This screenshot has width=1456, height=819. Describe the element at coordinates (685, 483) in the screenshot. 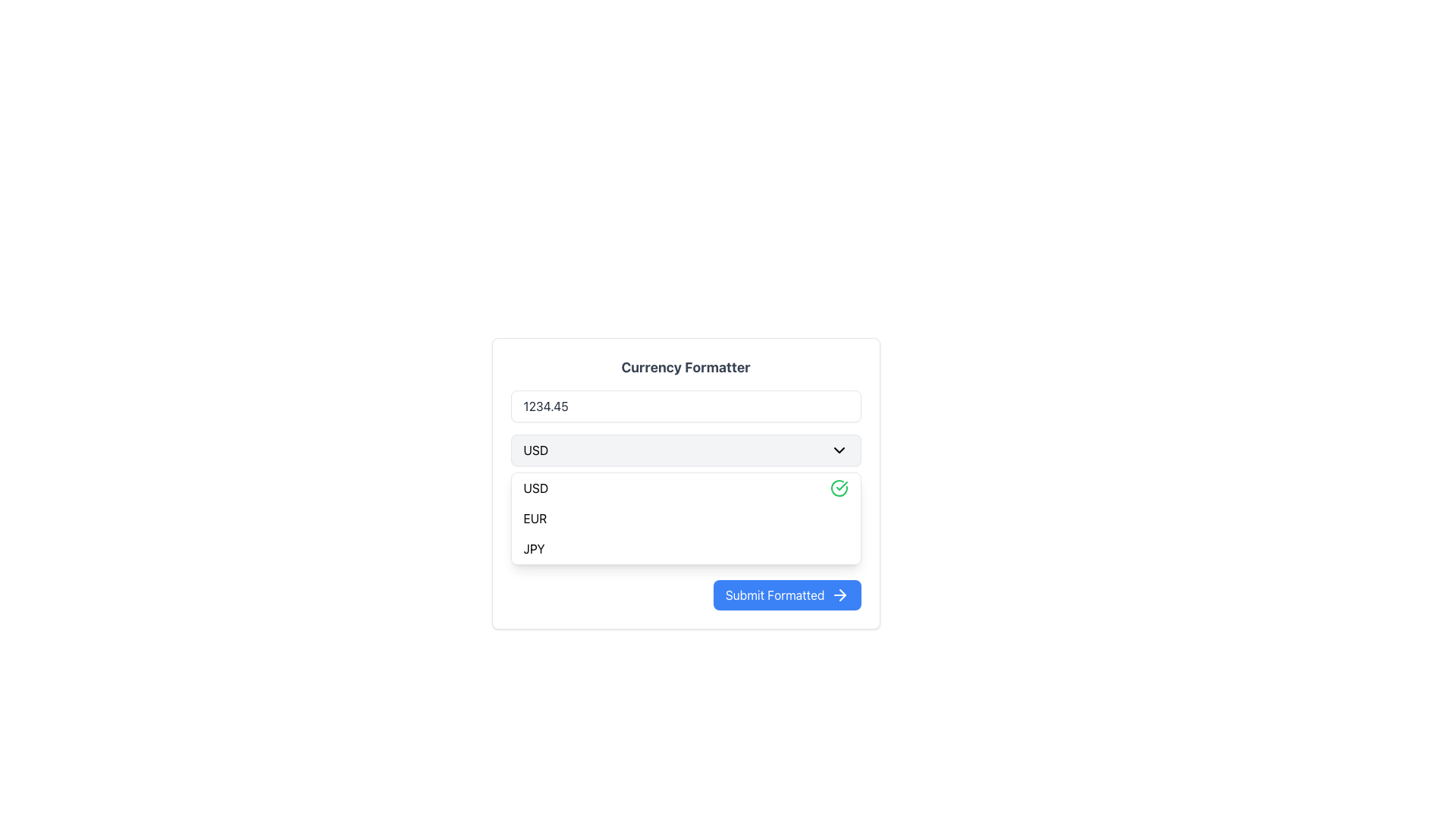

I see `the dropdown menu option` at that location.